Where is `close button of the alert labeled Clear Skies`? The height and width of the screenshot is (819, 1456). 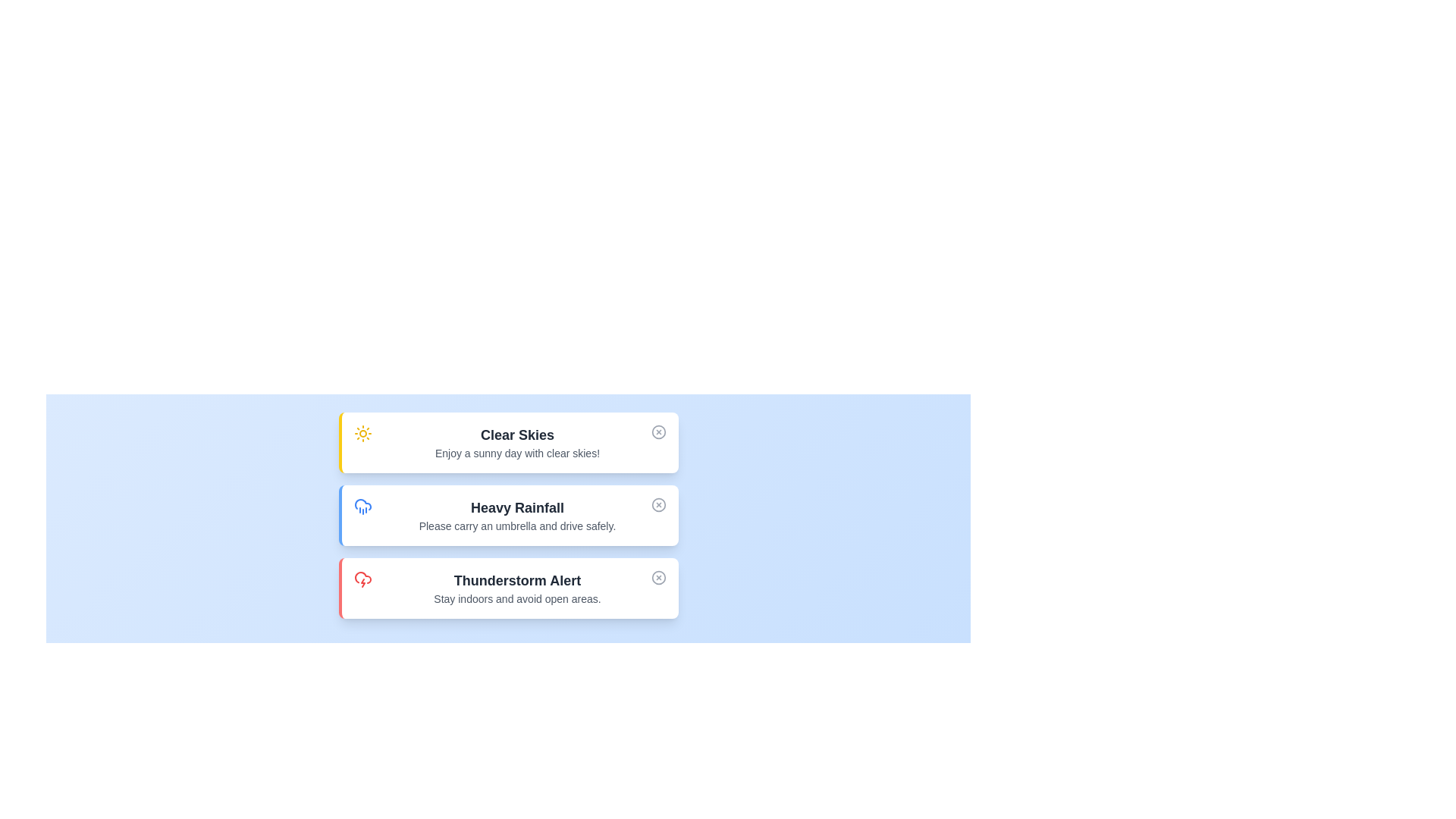
close button of the alert labeled Clear Skies is located at coordinates (658, 432).